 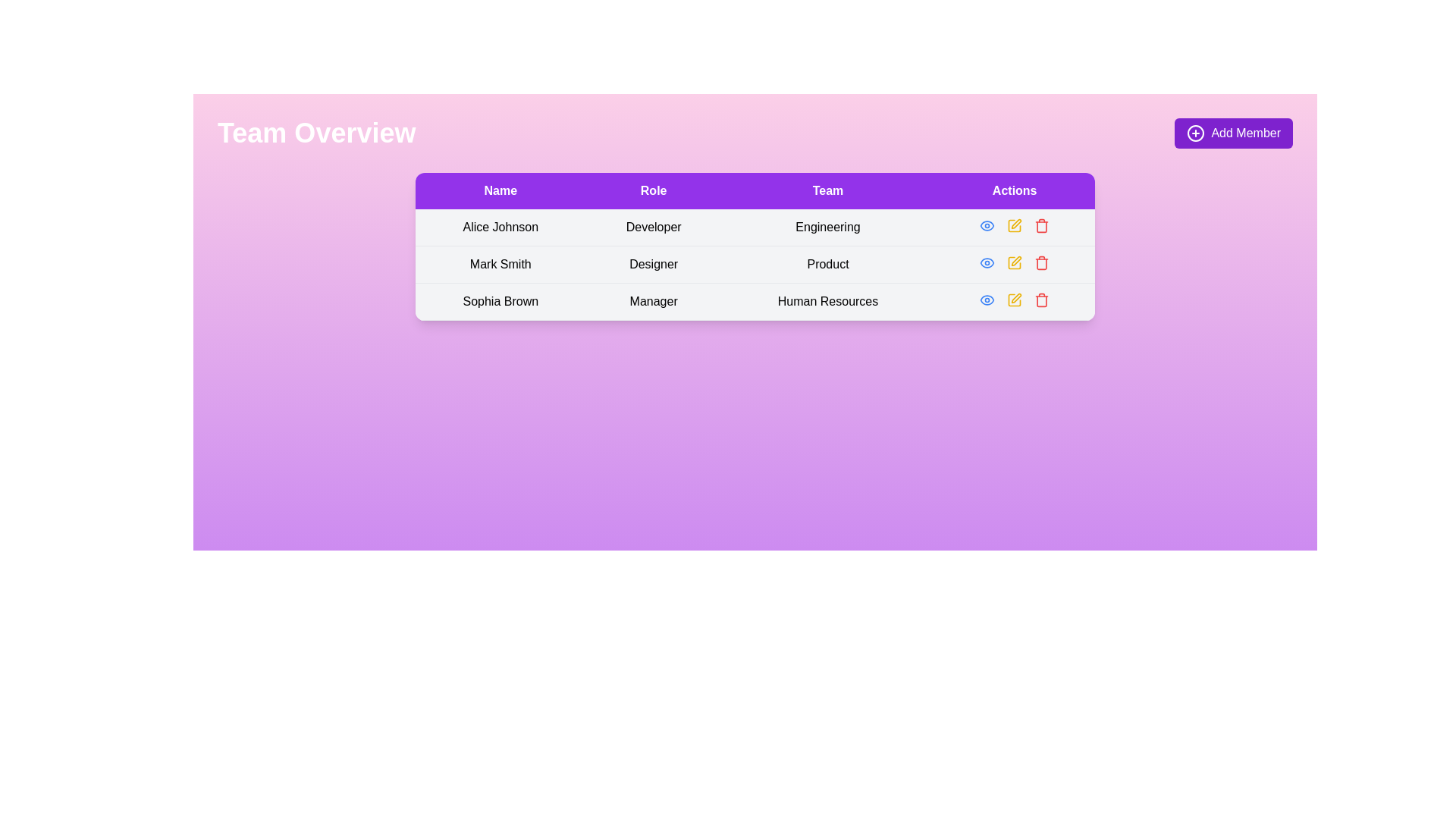 I want to click on the 'Role' text label for 'Alice Johnson' in the first data row of the table, which indicates the individual's role, so click(x=654, y=227).